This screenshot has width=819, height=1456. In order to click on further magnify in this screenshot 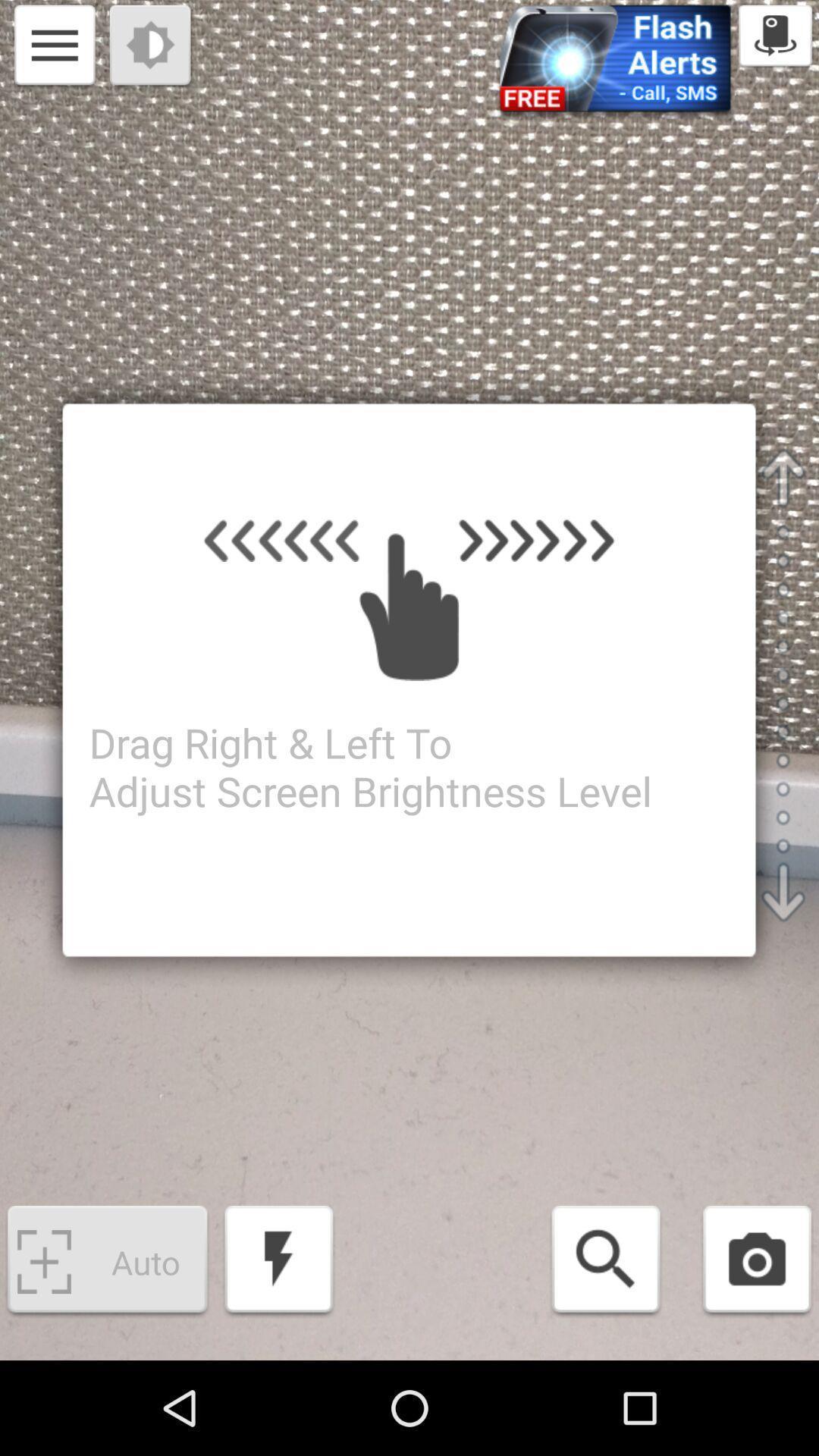, I will do `click(605, 1262)`.